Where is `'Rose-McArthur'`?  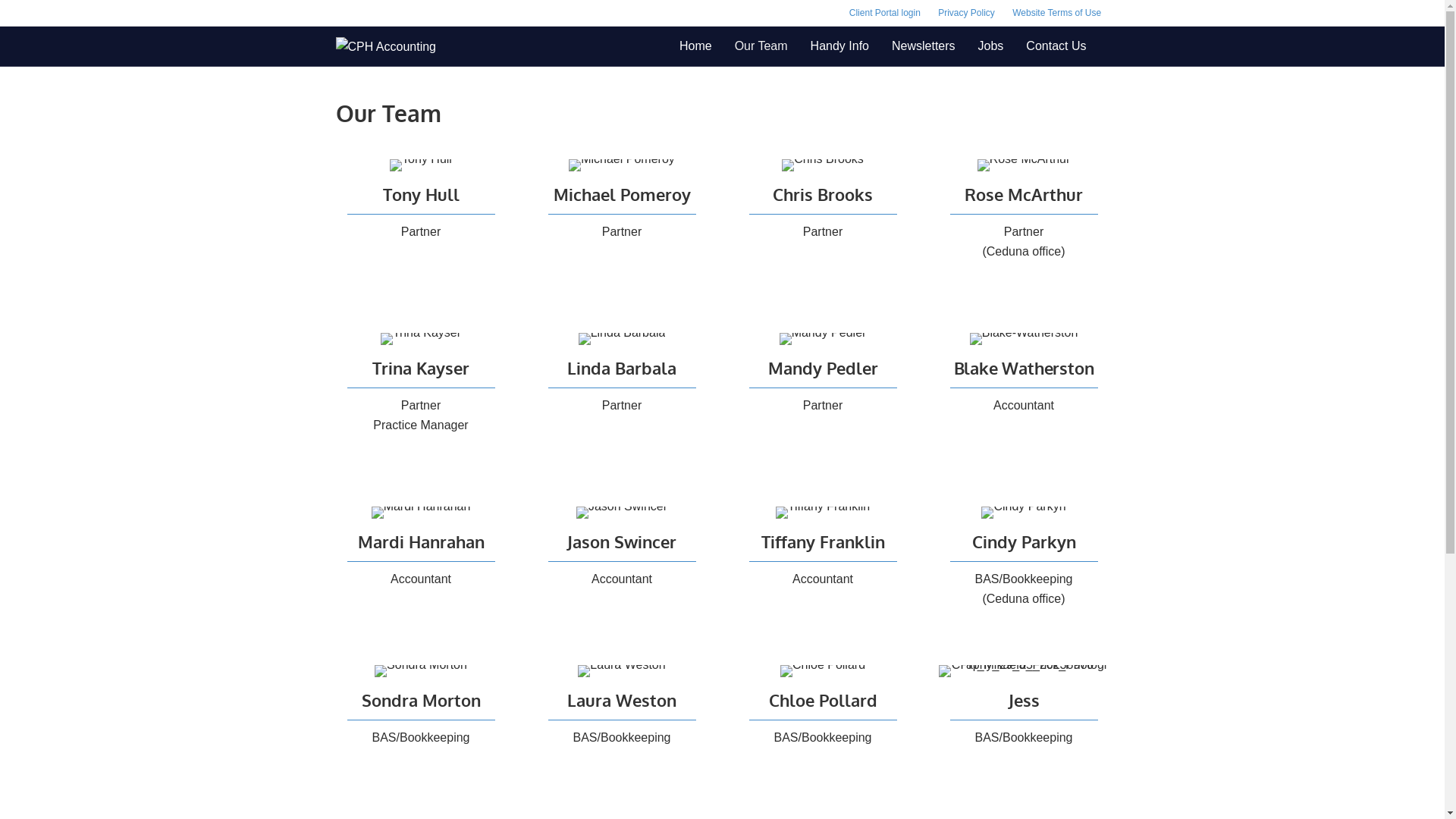
'Rose-McArthur' is located at coordinates (1024, 165).